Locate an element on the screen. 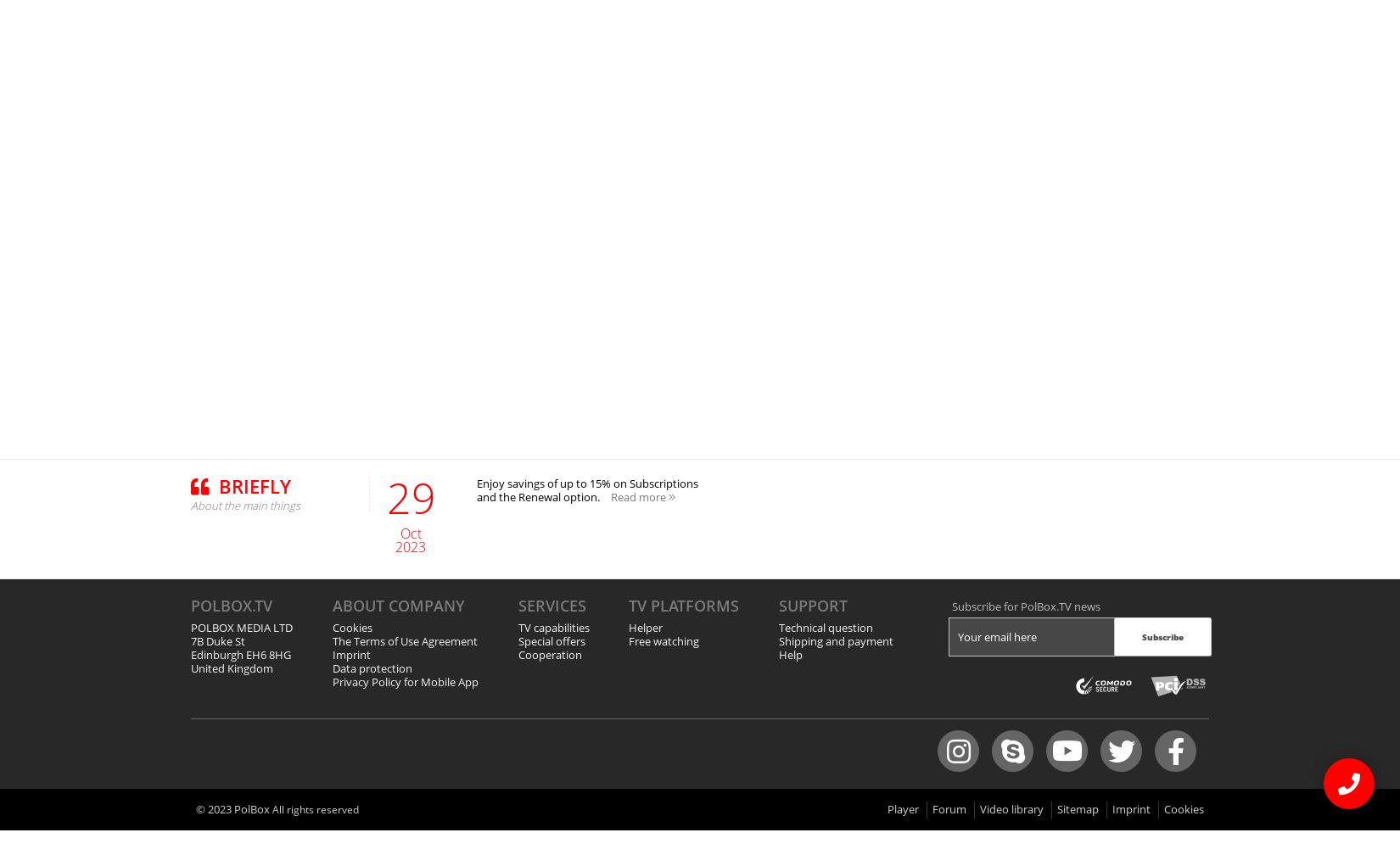  'Subscribe for PolBox.TV news' is located at coordinates (1025, 606).